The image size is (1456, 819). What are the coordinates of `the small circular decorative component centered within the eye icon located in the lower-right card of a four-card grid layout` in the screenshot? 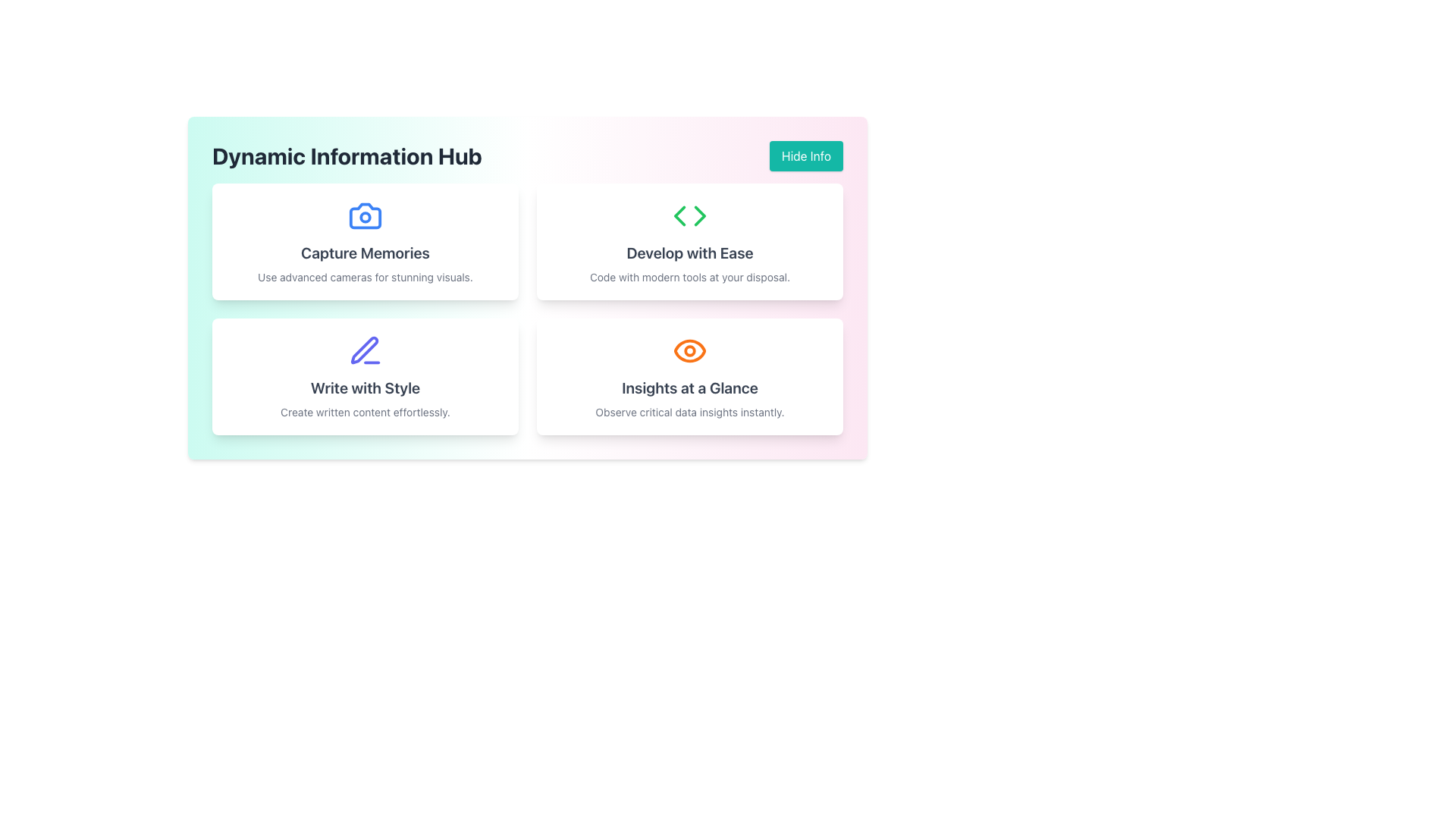 It's located at (689, 350).